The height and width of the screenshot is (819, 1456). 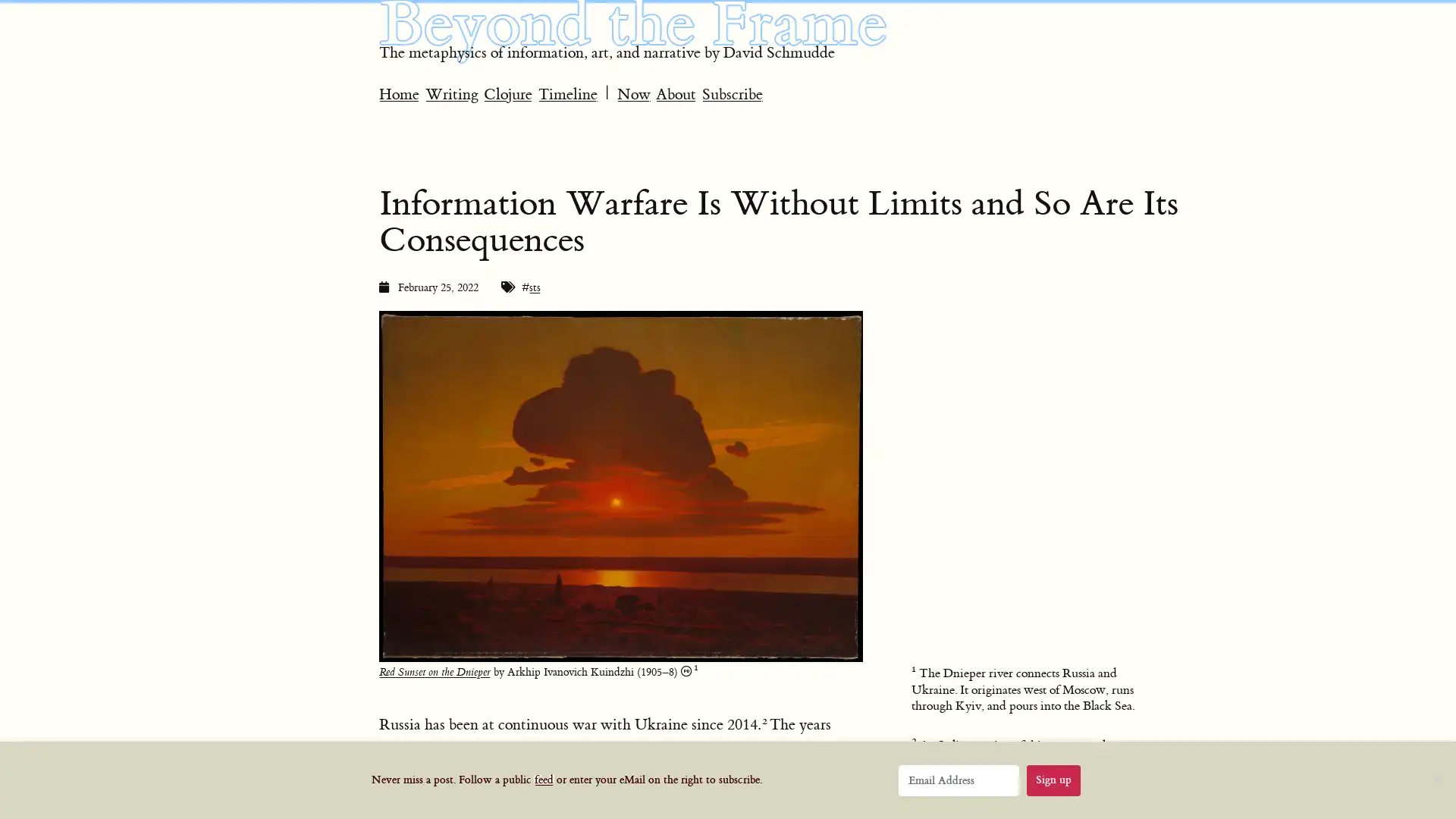 What do you see at coordinates (1053, 780) in the screenshot?
I see `Sign up` at bounding box center [1053, 780].